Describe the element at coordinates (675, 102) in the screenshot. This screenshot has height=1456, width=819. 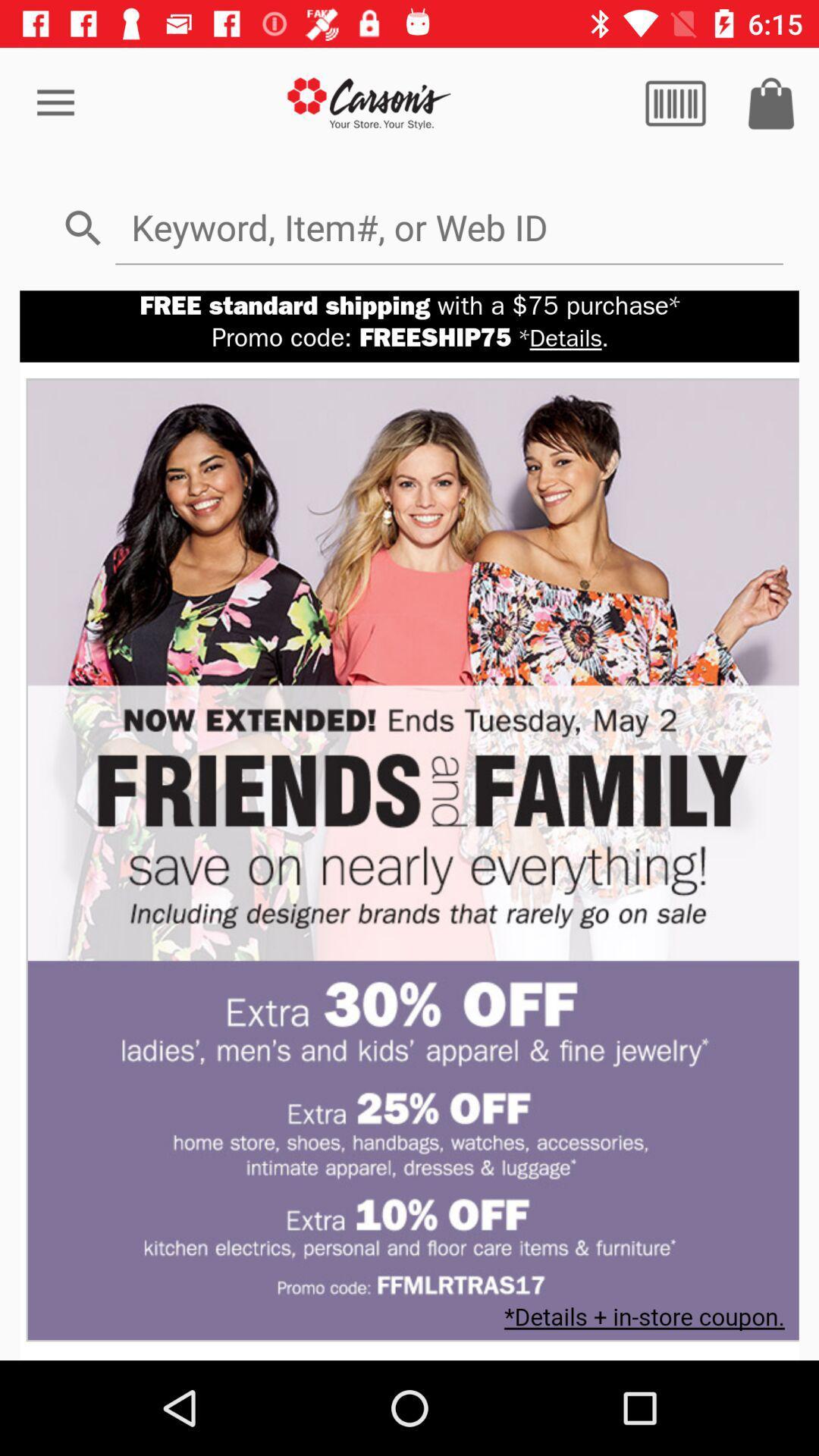
I see `filter` at that location.